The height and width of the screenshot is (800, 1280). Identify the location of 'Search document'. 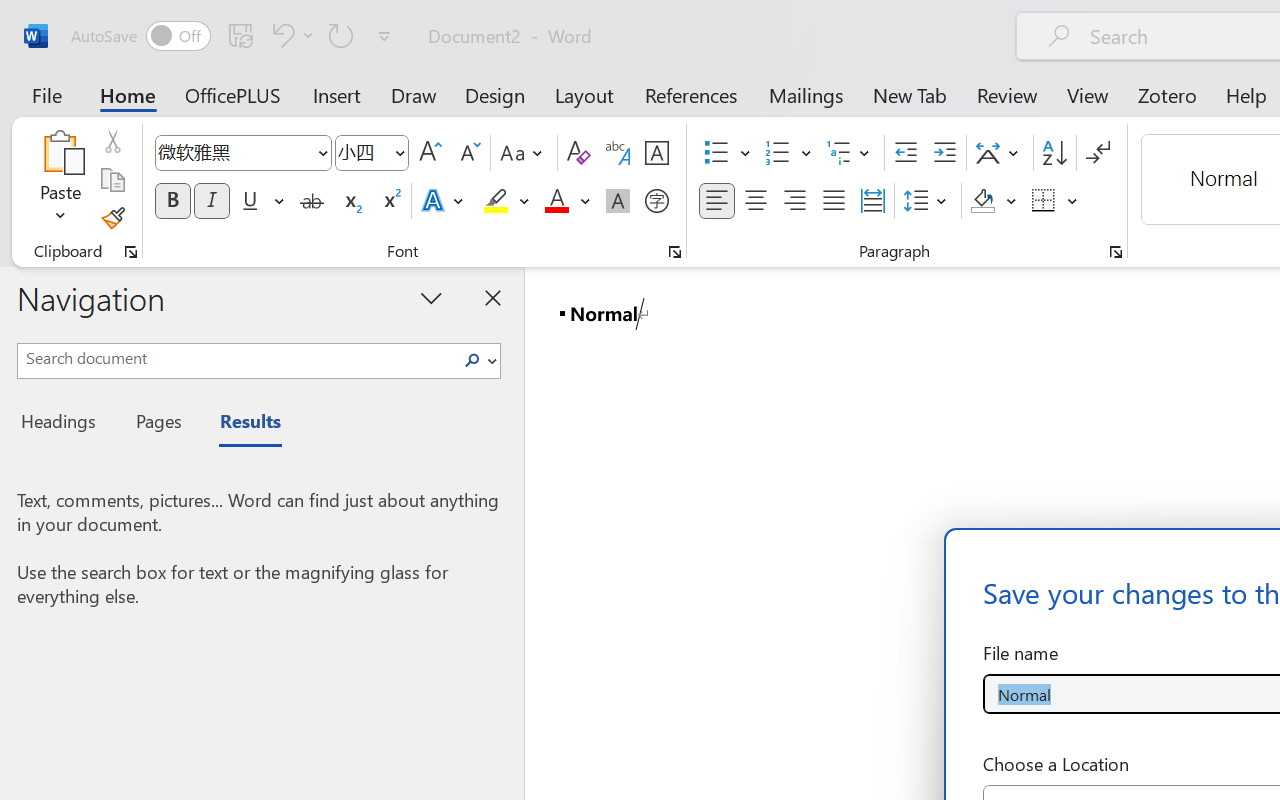
(237, 358).